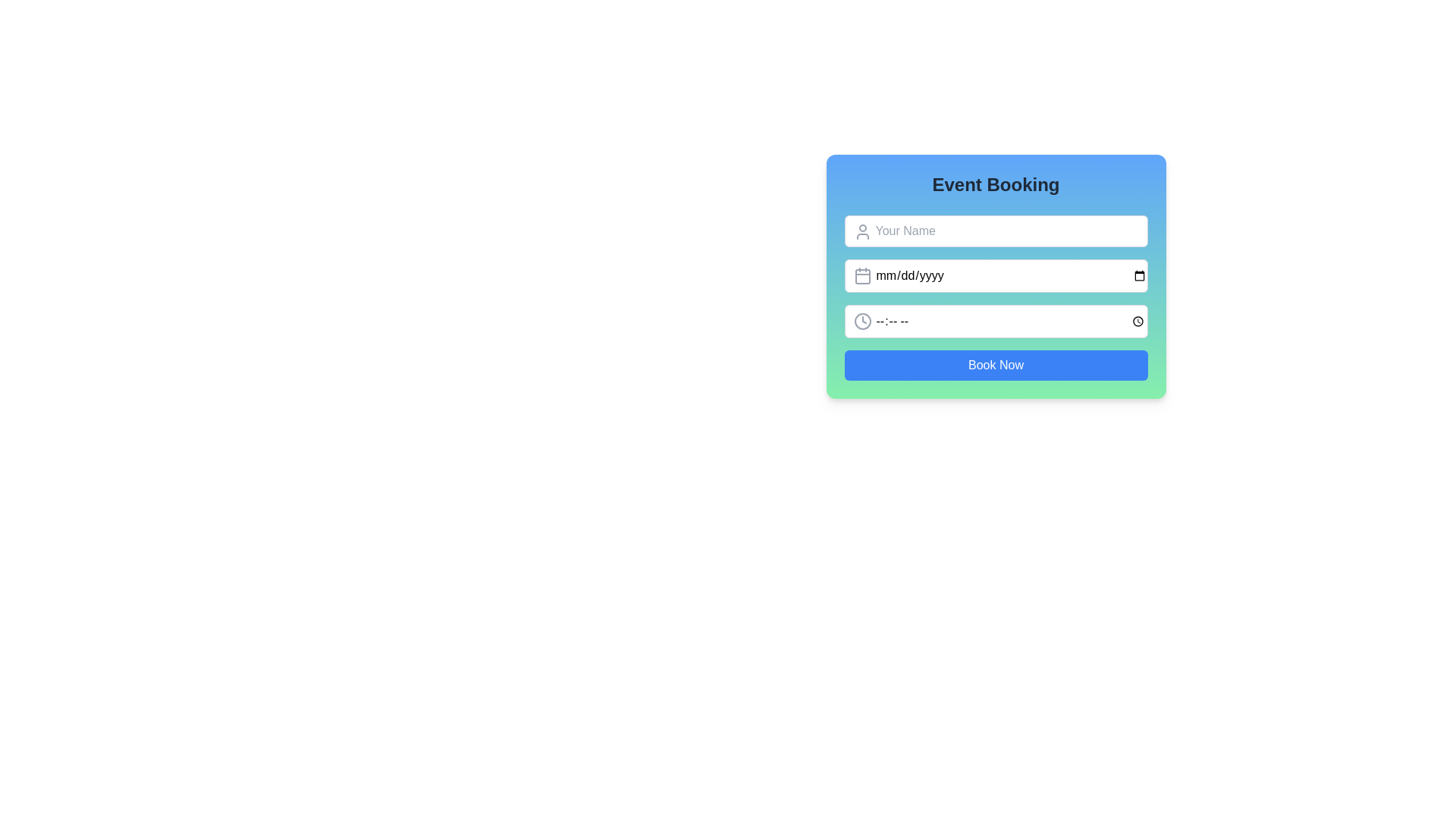 Image resolution: width=1456 pixels, height=819 pixels. What do you see at coordinates (996, 184) in the screenshot?
I see `the 'Event Booking' text label, which is prominently displayed at the top of its styled card with a bold font and dark gray color` at bounding box center [996, 184].